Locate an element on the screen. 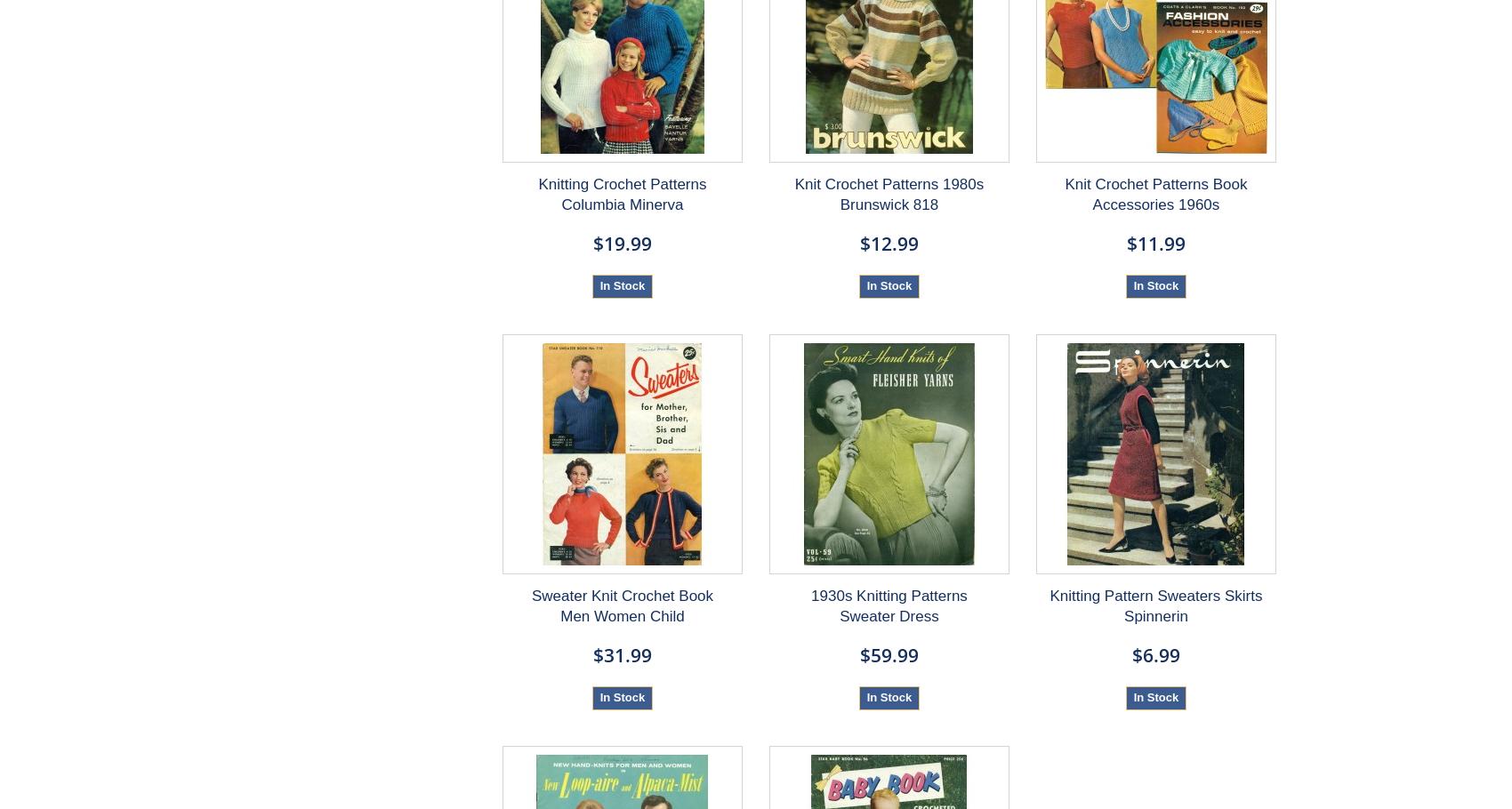  'Knit Crochet Patterns 1980s Brunswick 818' is located at coordinates (888, 193).